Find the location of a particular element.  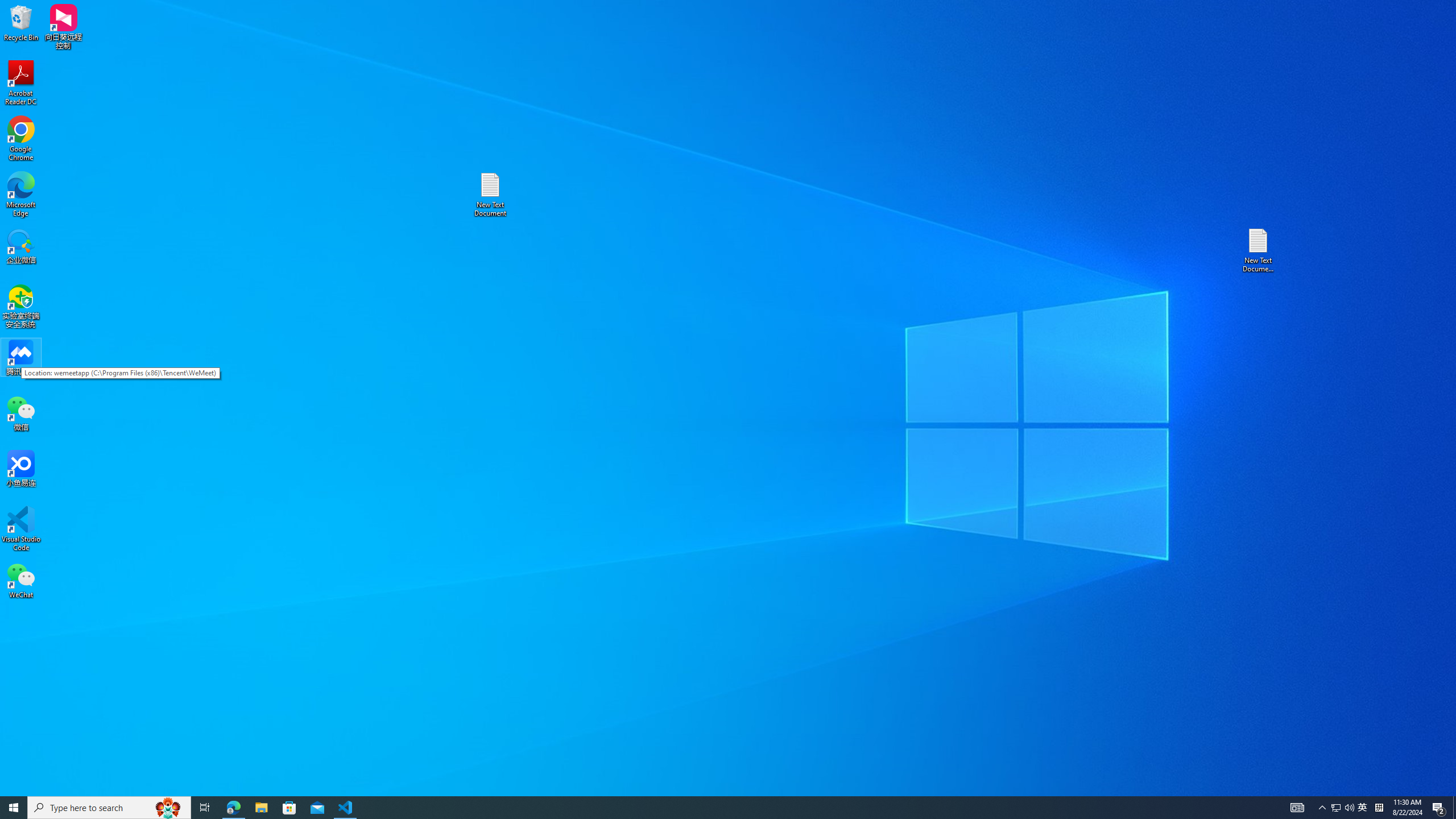

'Acrobat Reader DC' is located at coordinates (20, 82).